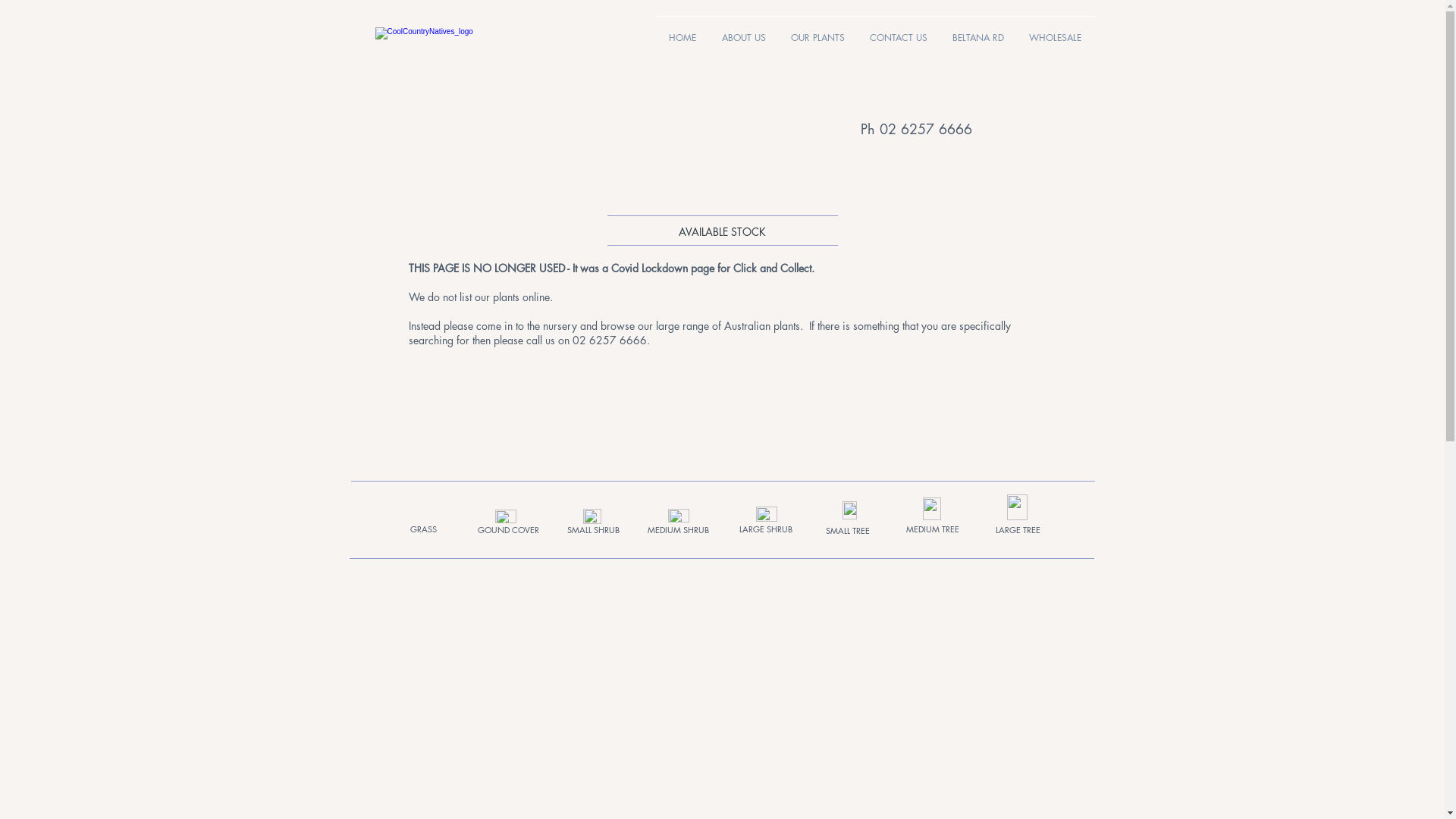 This screenshot has width=1456, height=819. Describe the element at coordinates (680, 31) in the screenshot. I see `'HOME'` at that location.